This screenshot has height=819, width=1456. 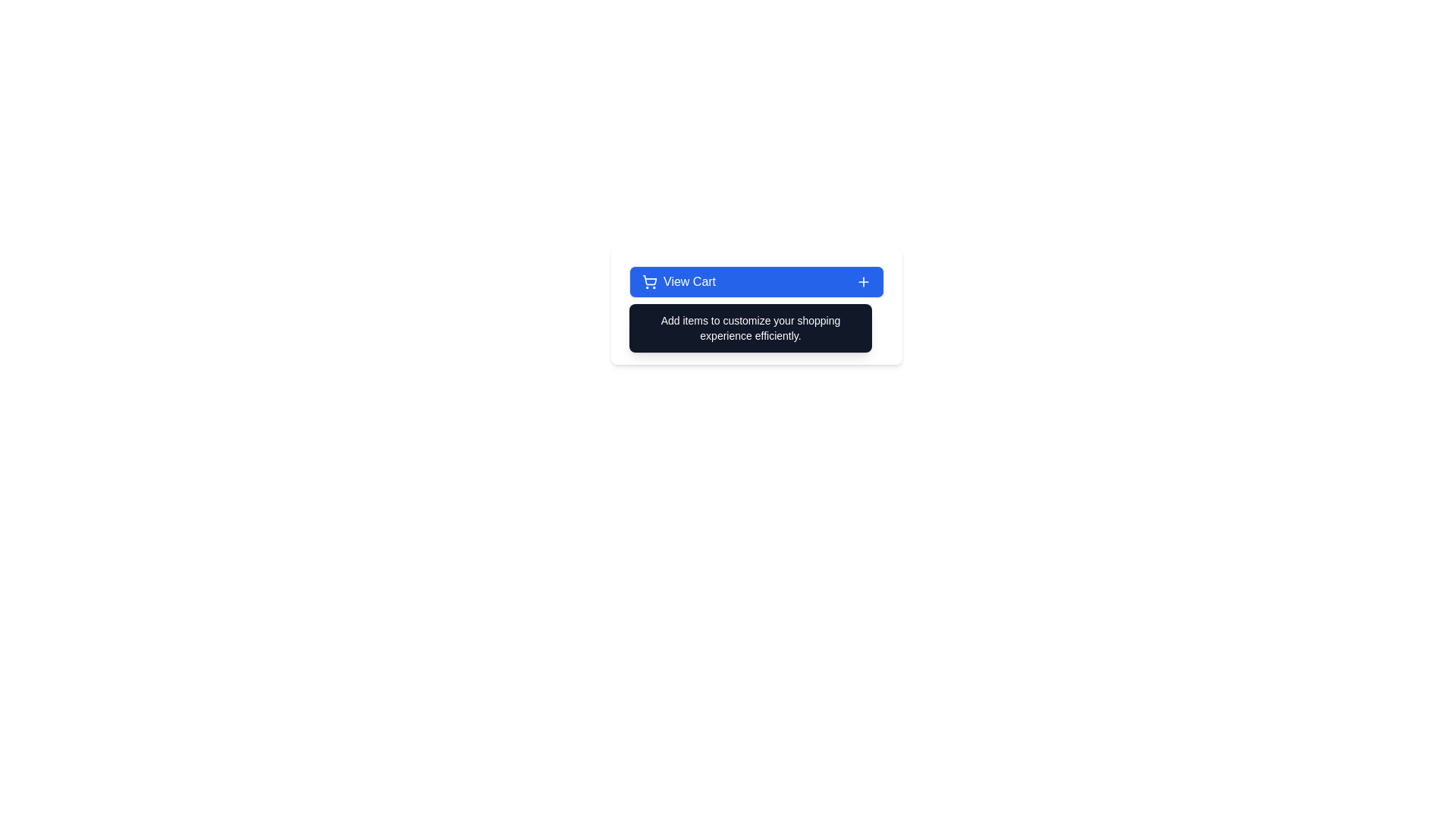 I want to click on the text label indicating cart functionality, so click(x=689, y=281).